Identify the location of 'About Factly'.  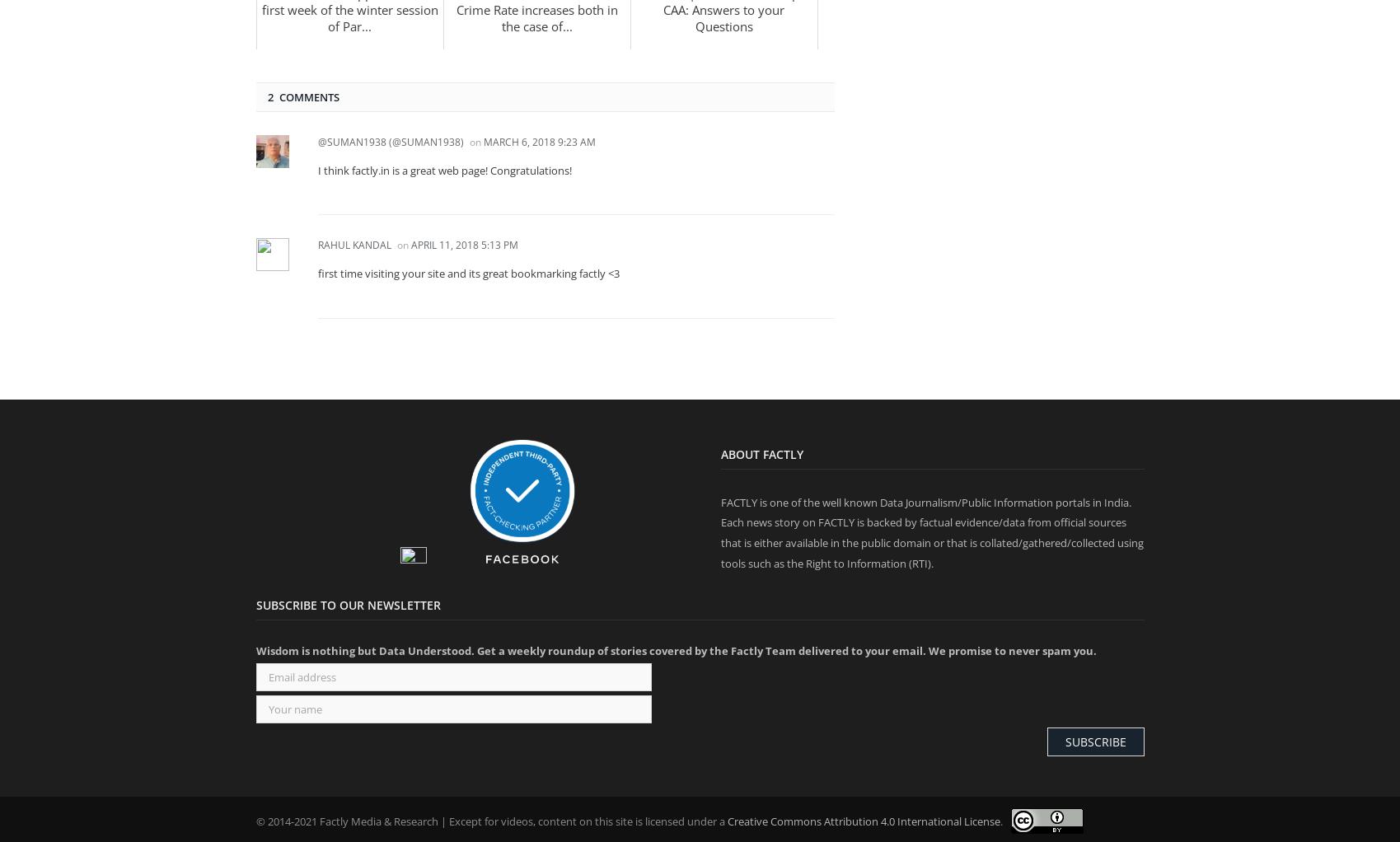
(719, 453).